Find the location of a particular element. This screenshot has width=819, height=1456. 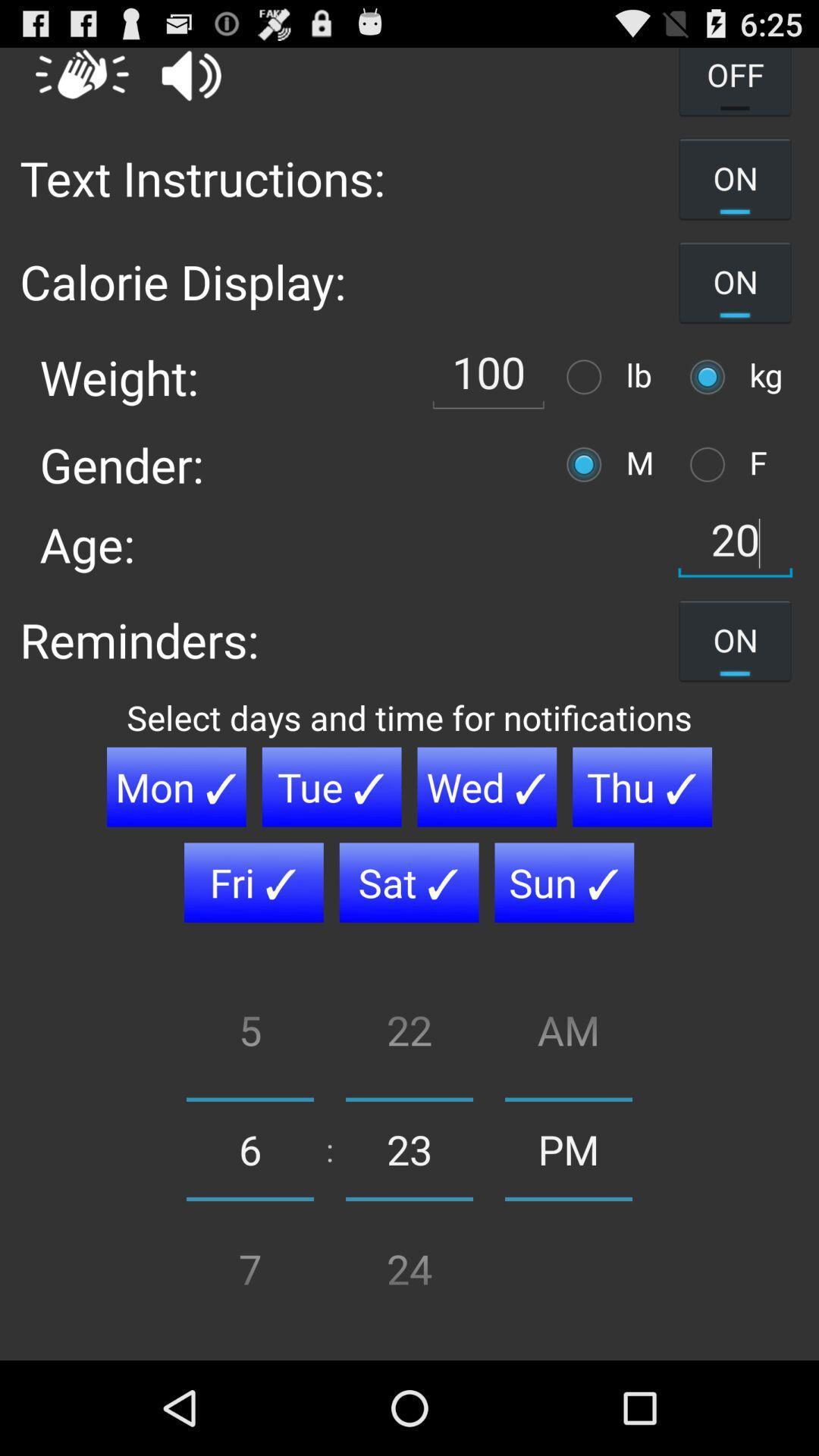

indicate button is located at coordinates (587, 463).